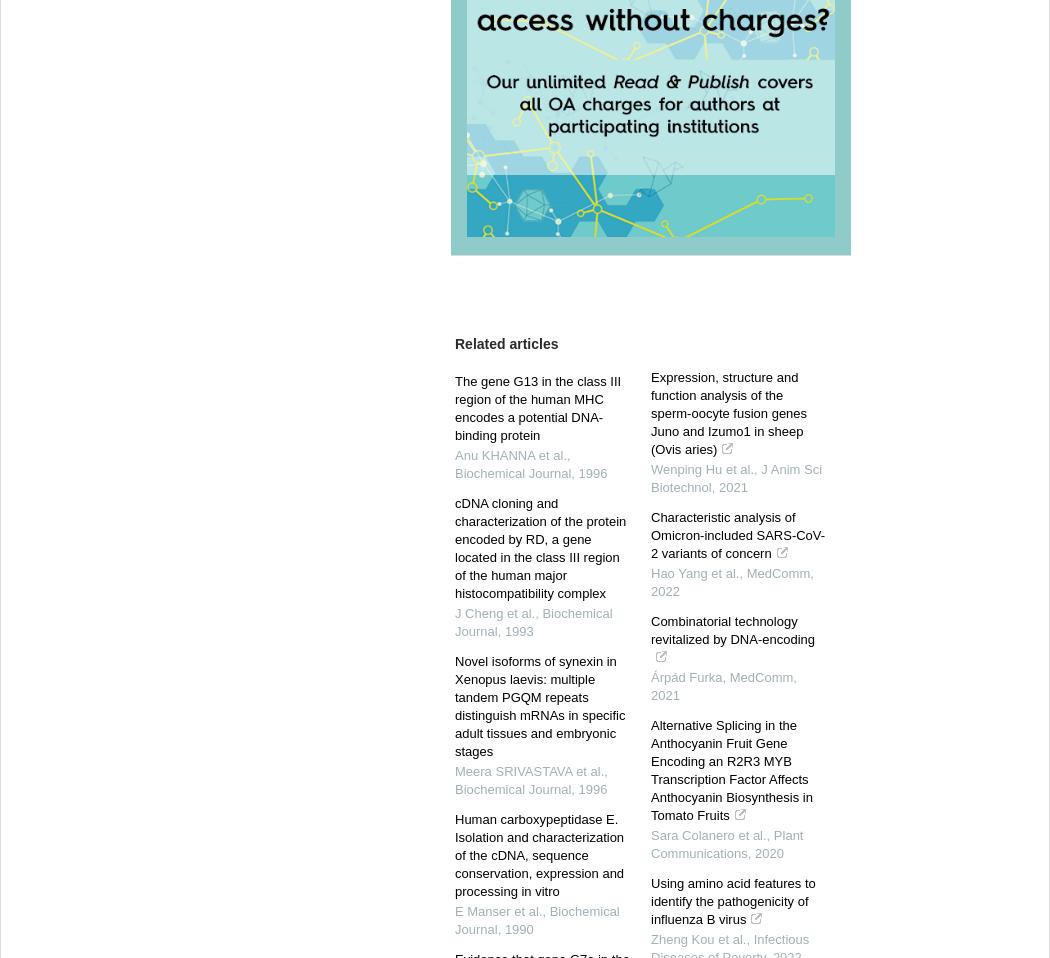  I want to click on 'Árpád Furka,', so click(650, 676).